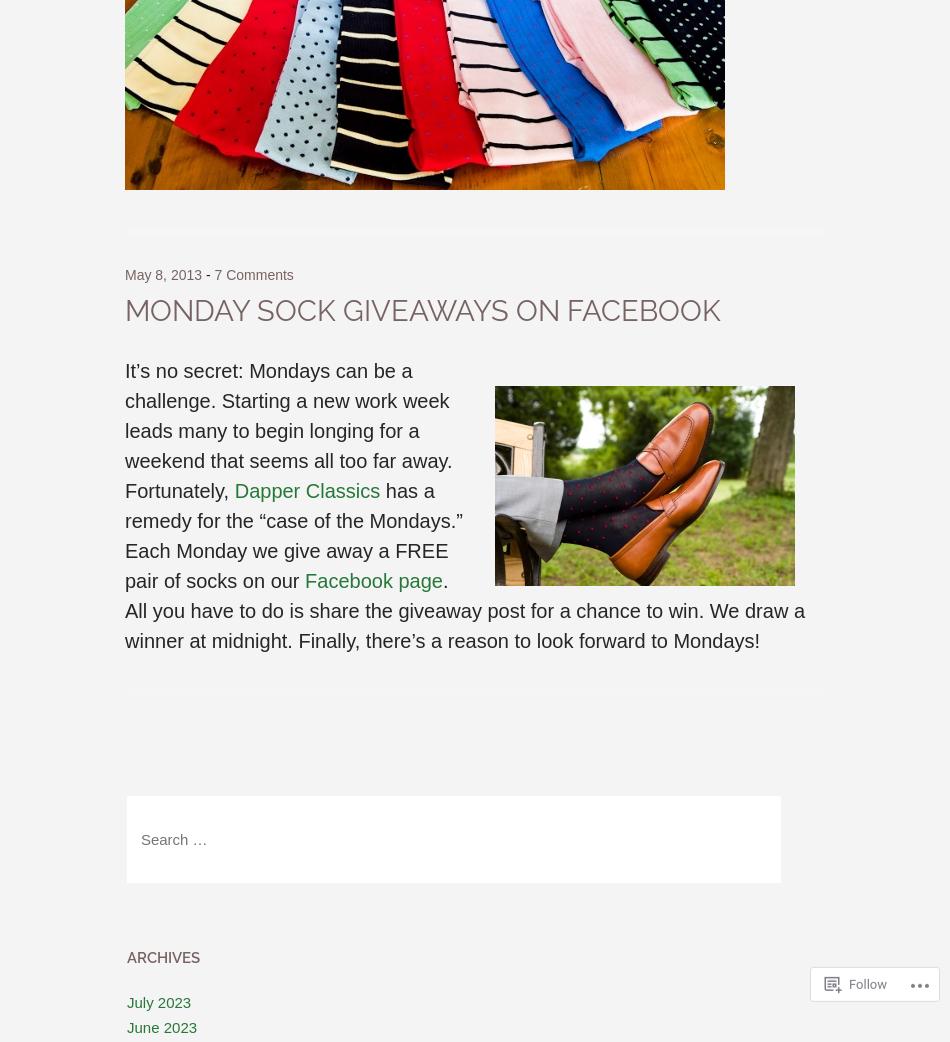  I want to click on 'May 8, 2013', so click(163, 274).